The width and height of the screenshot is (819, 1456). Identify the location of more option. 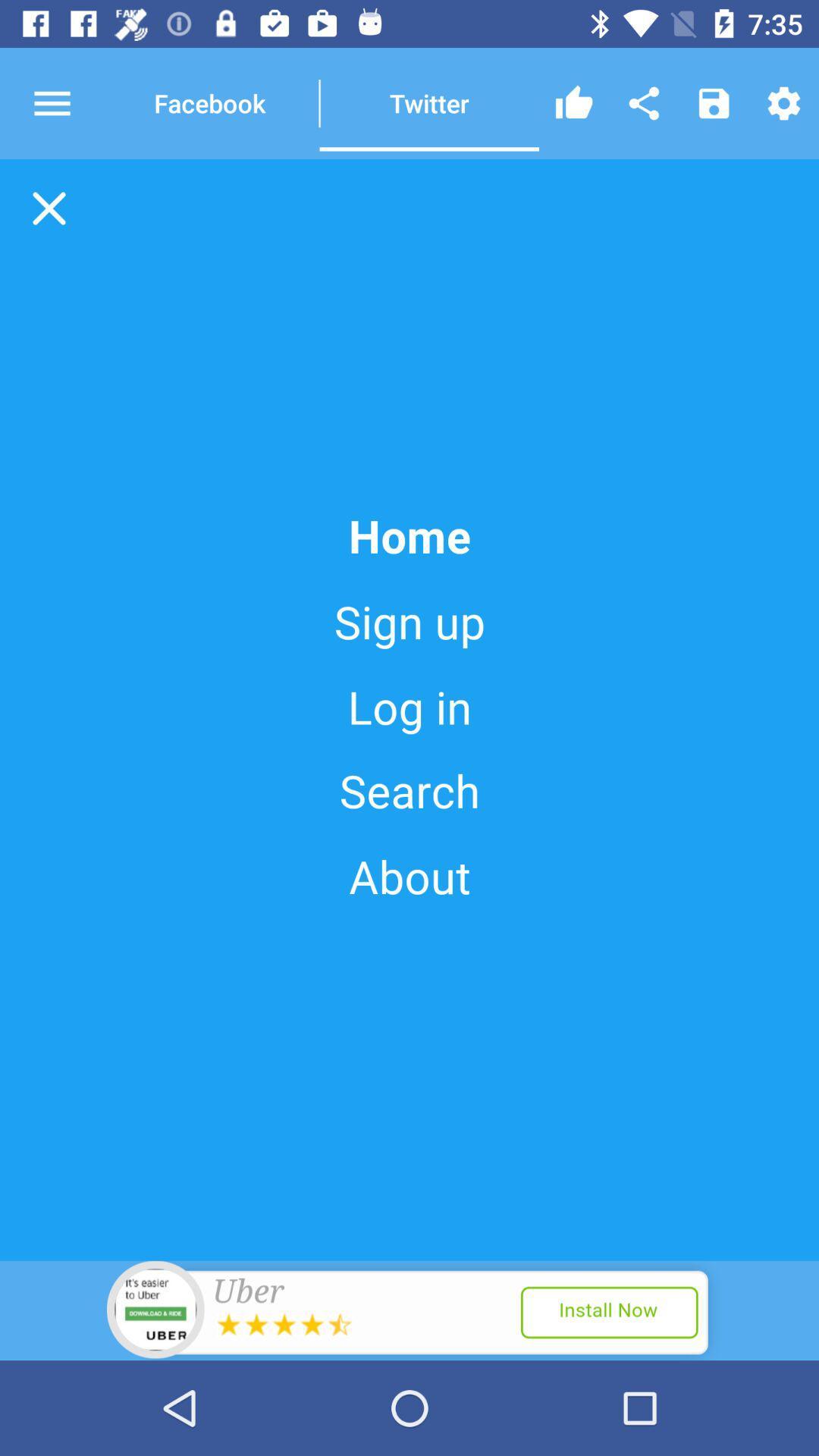
(65, 102).